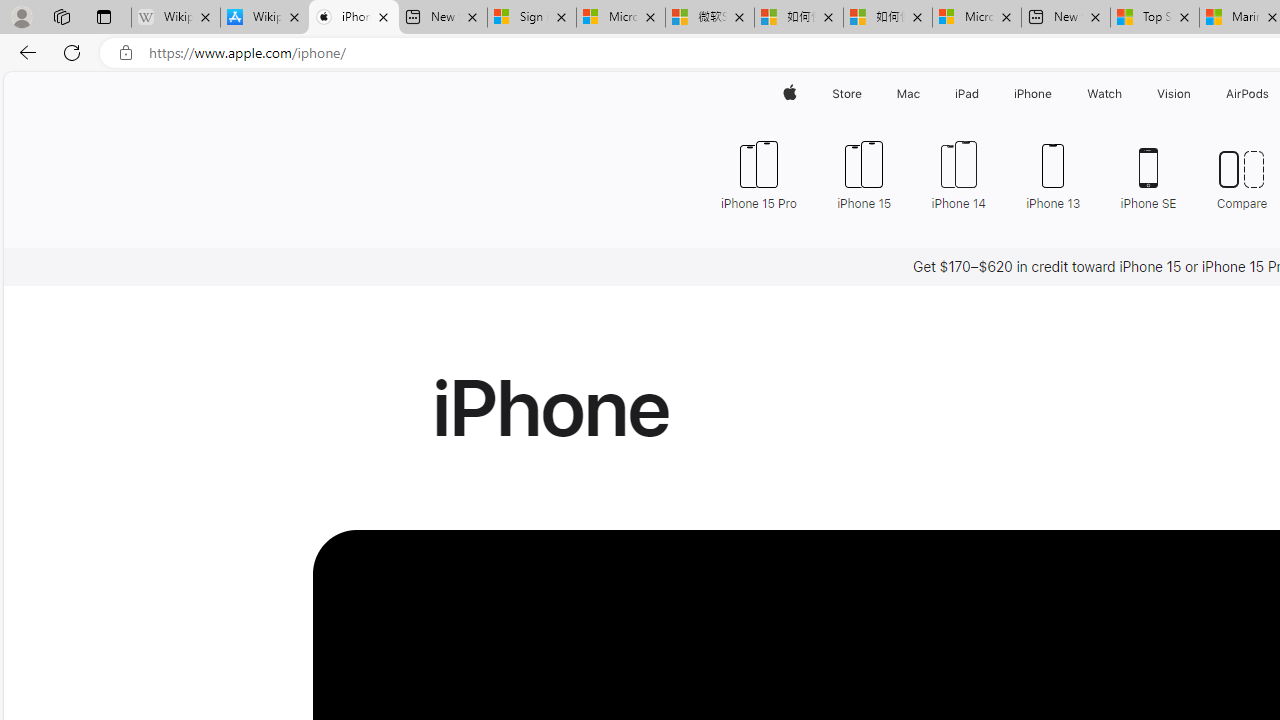  Describe the element at coordinates (864, 172) in the screenshot. I see `'iPhone 15'` at that location.